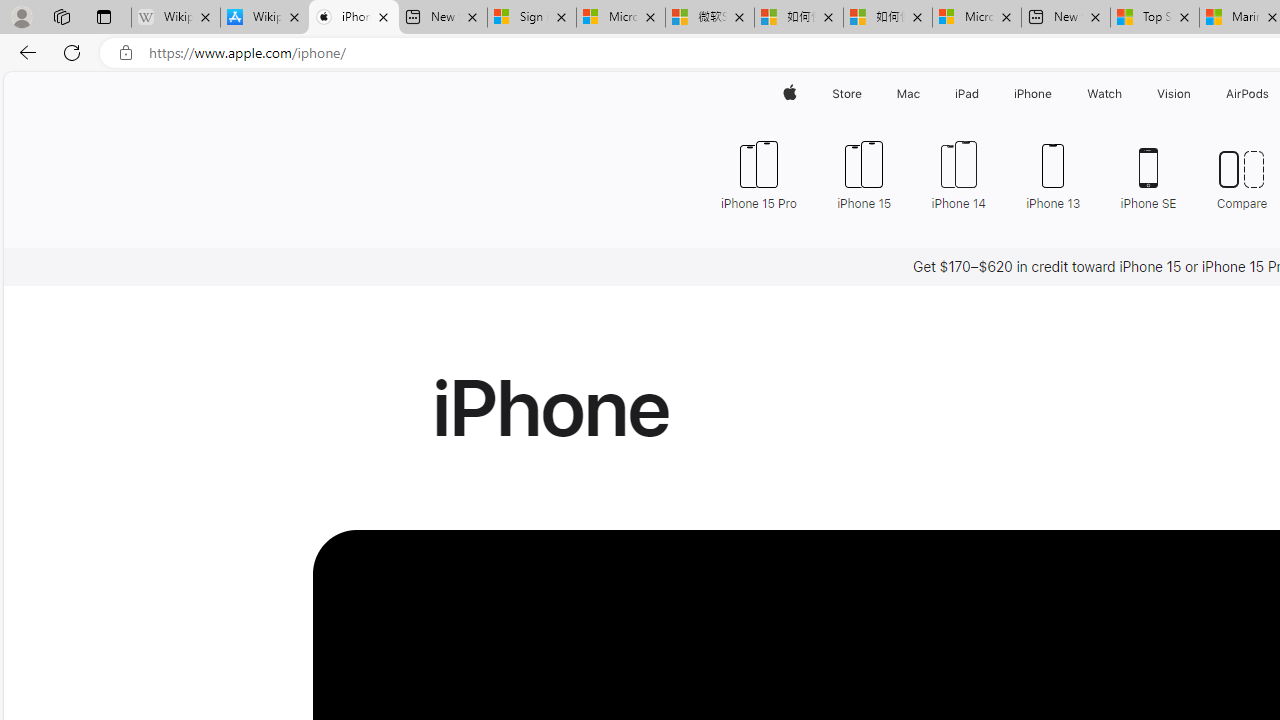  Describe the element at coordinates (864, 172) in the screenshot. I see `'iPhone 15'` at that location.